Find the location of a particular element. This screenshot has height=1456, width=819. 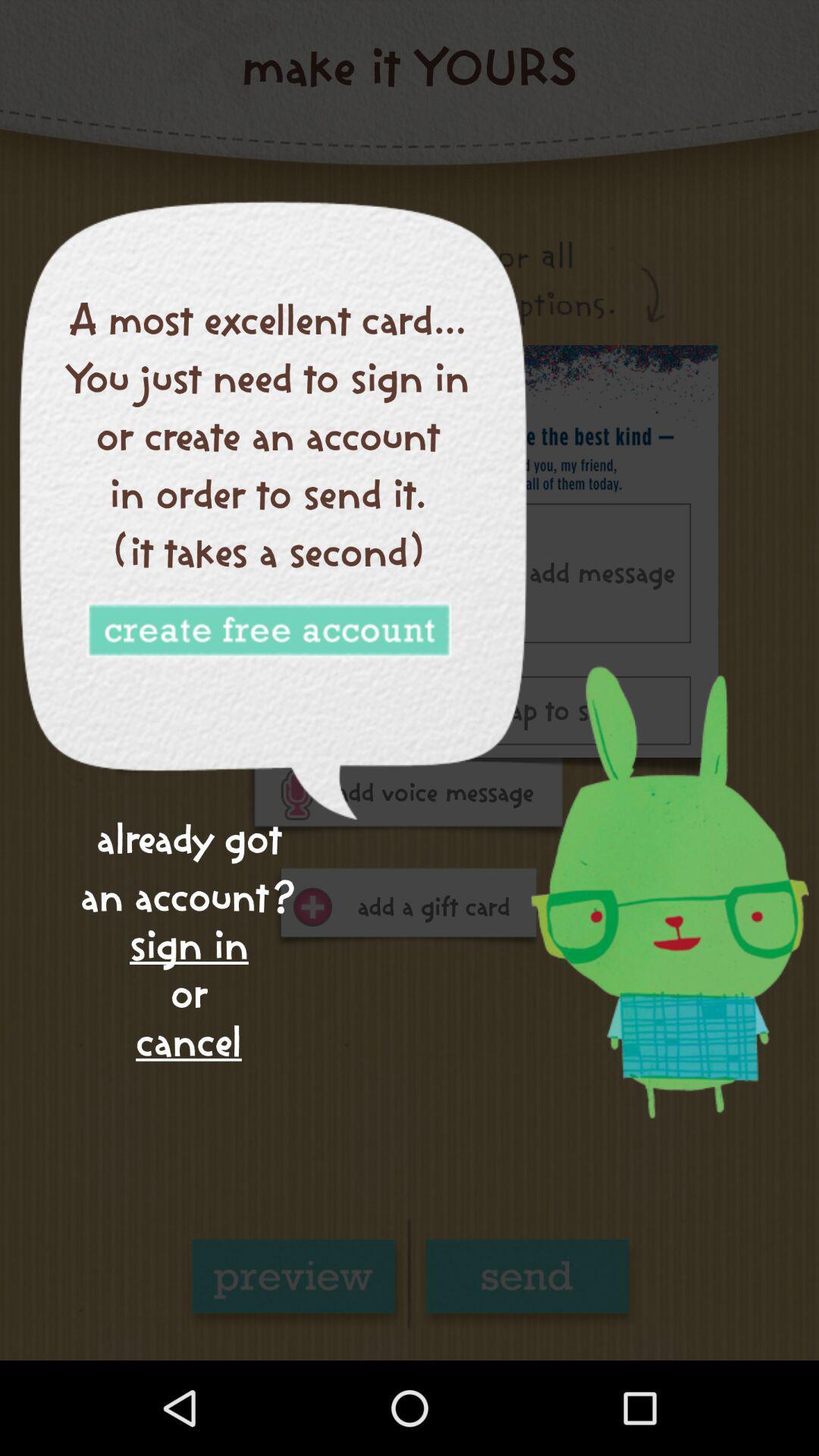

account is located at coordinates (268, 631).